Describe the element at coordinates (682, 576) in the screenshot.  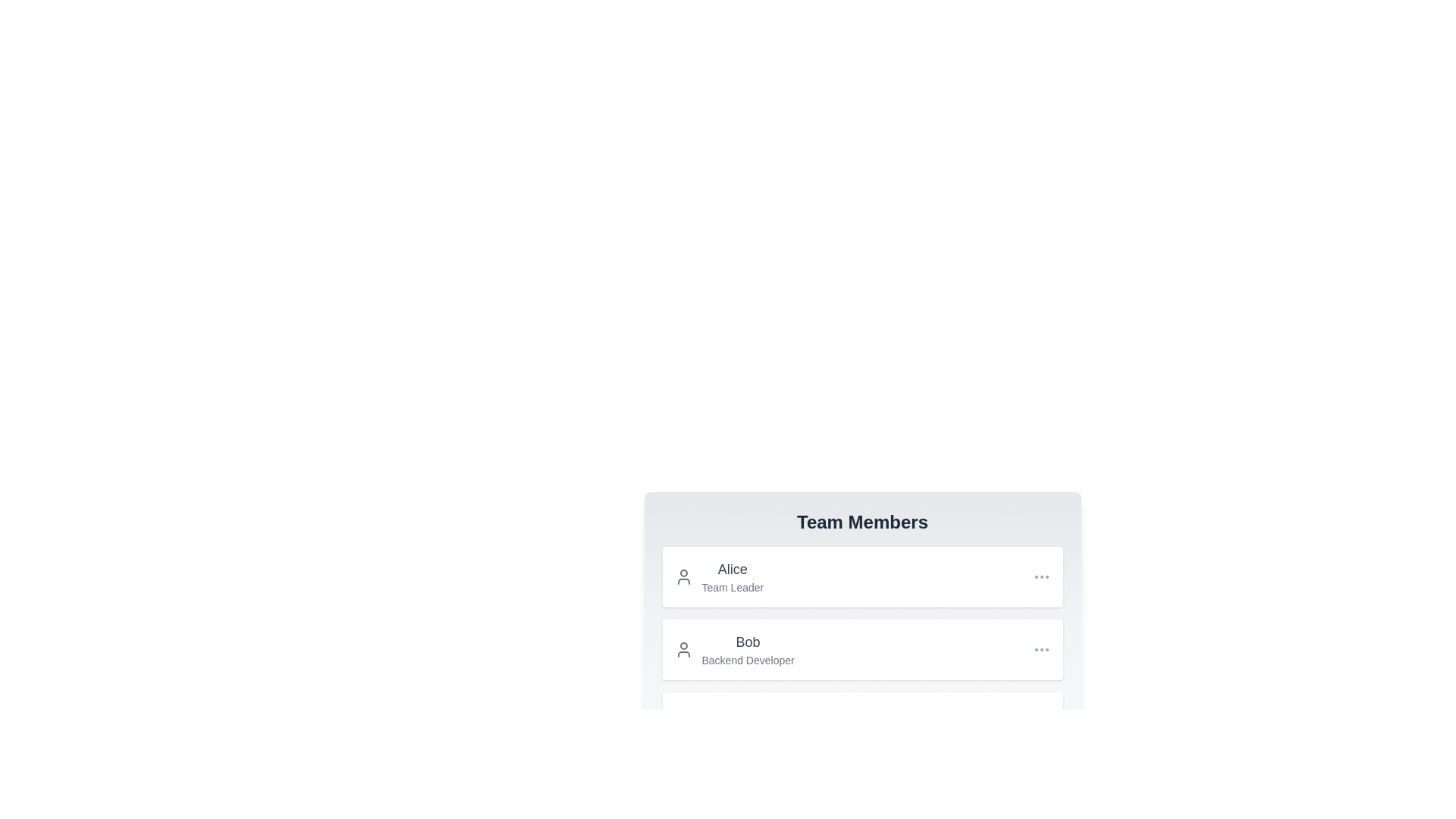
I see `the user icon corresponding to Alice` at that location.